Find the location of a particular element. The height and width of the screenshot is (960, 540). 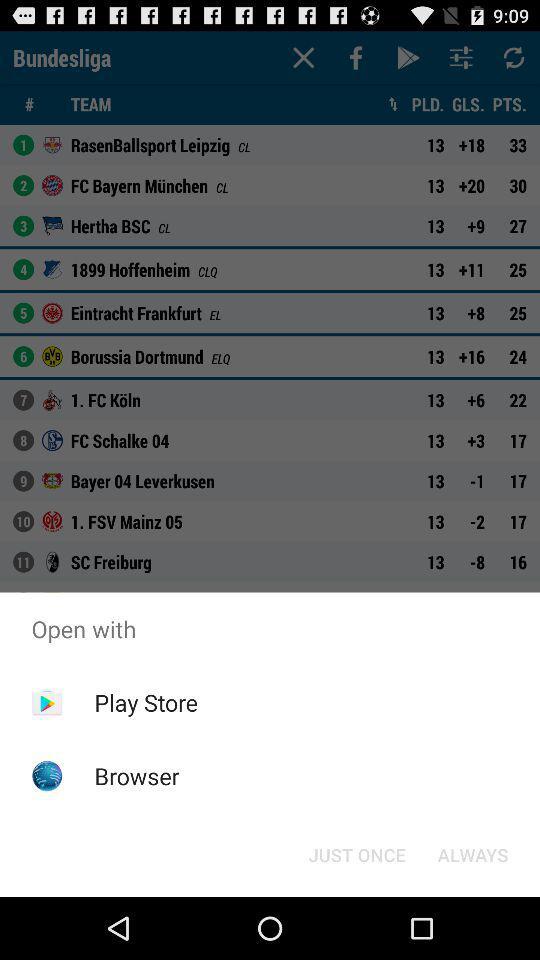

the just once button is located at coordinates (356, 853).